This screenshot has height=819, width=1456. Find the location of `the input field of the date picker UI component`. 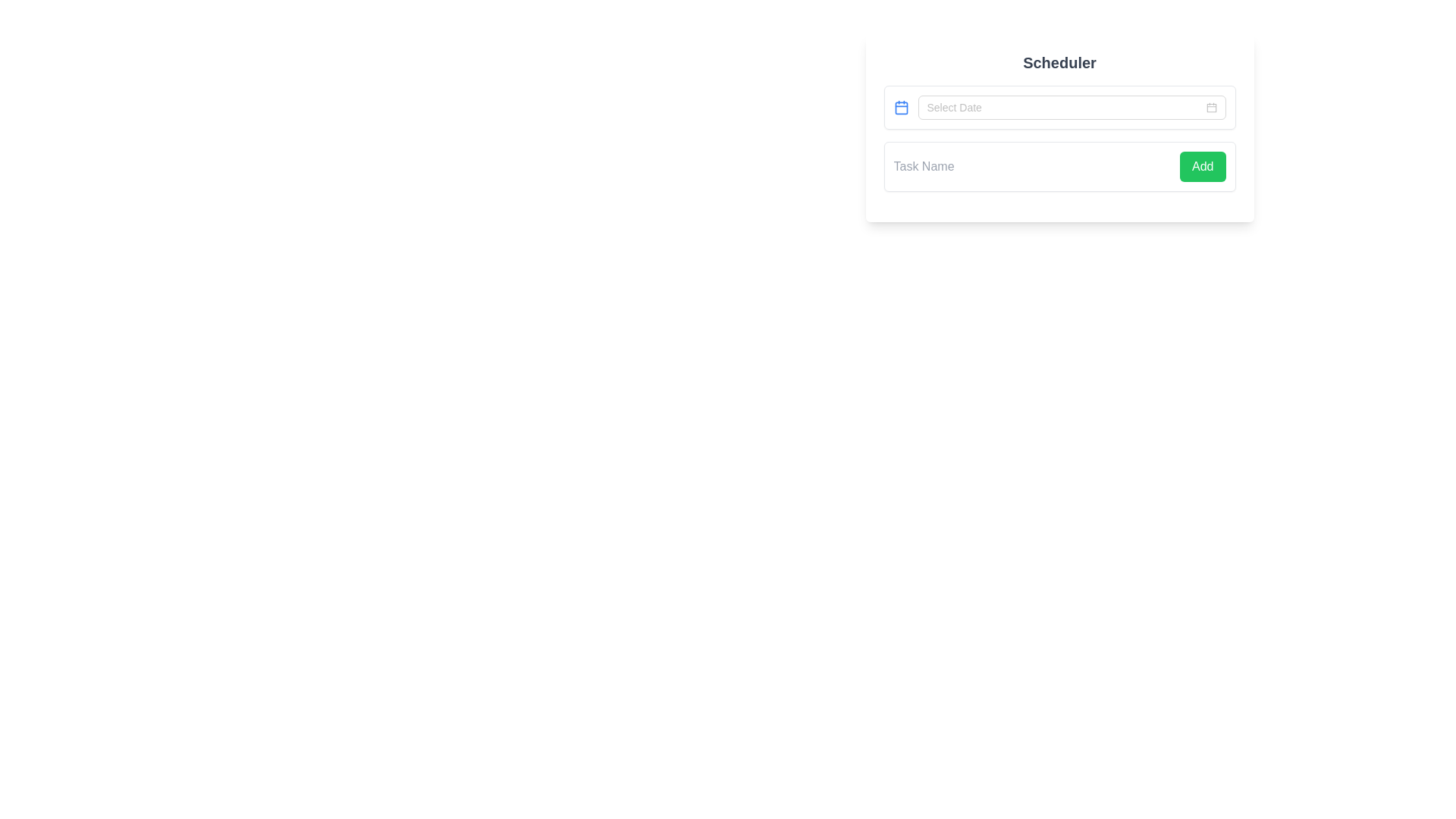

the input field of the date picker UI component is located at coordinates (1059, 107).